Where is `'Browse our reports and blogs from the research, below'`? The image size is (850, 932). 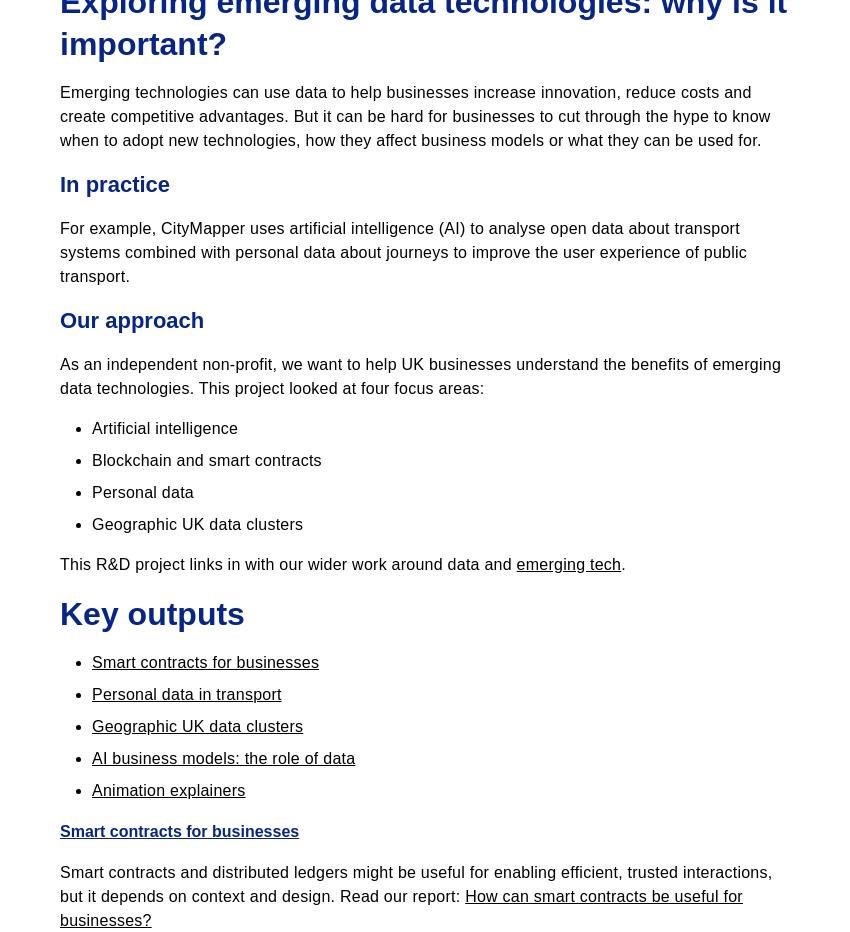
'Browse our reports and blogs from the research, below' is located at coordinates (260, 24).